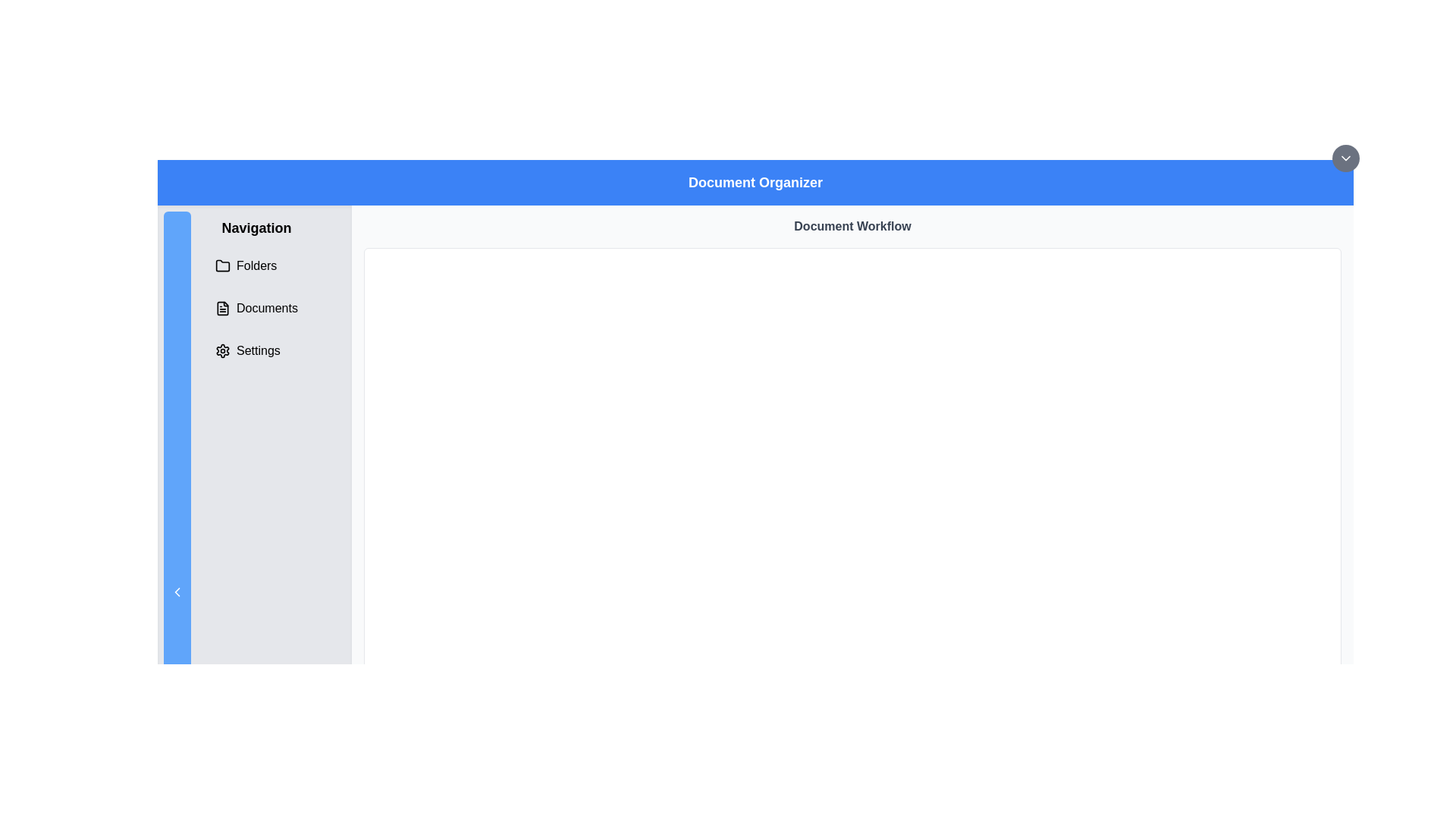 This screenshot has width=1456, height=819. What do you see at coordinates (256, 265) in the screenshot?
I see `the 'Folders' text label in the left sidebar menu` at bounding box center [256, 265].